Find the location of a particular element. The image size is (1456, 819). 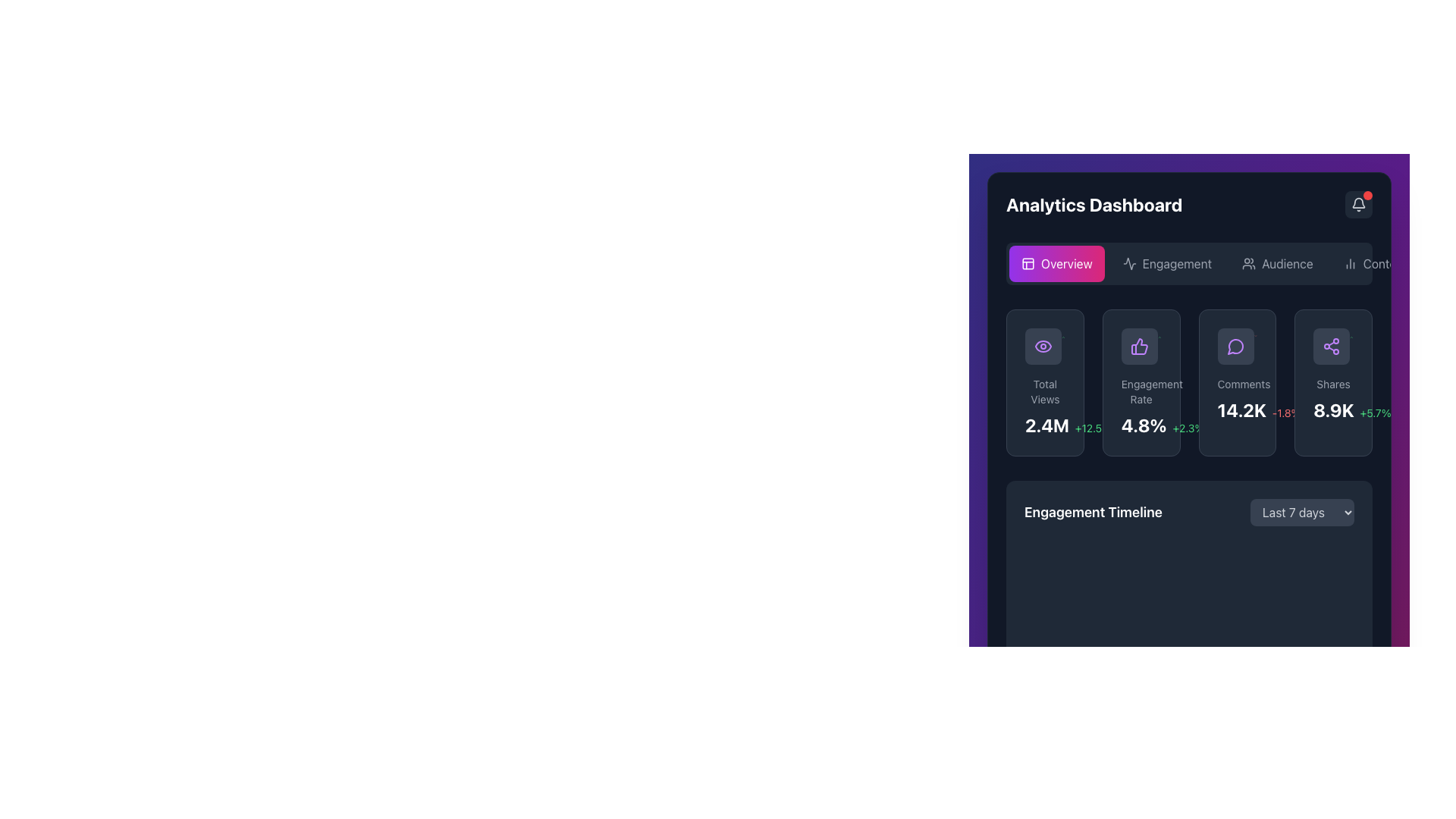

the dropdown button labeled 'Last 7 days' with a dark gray background and light gray text is located at coordinates (1301, 512).